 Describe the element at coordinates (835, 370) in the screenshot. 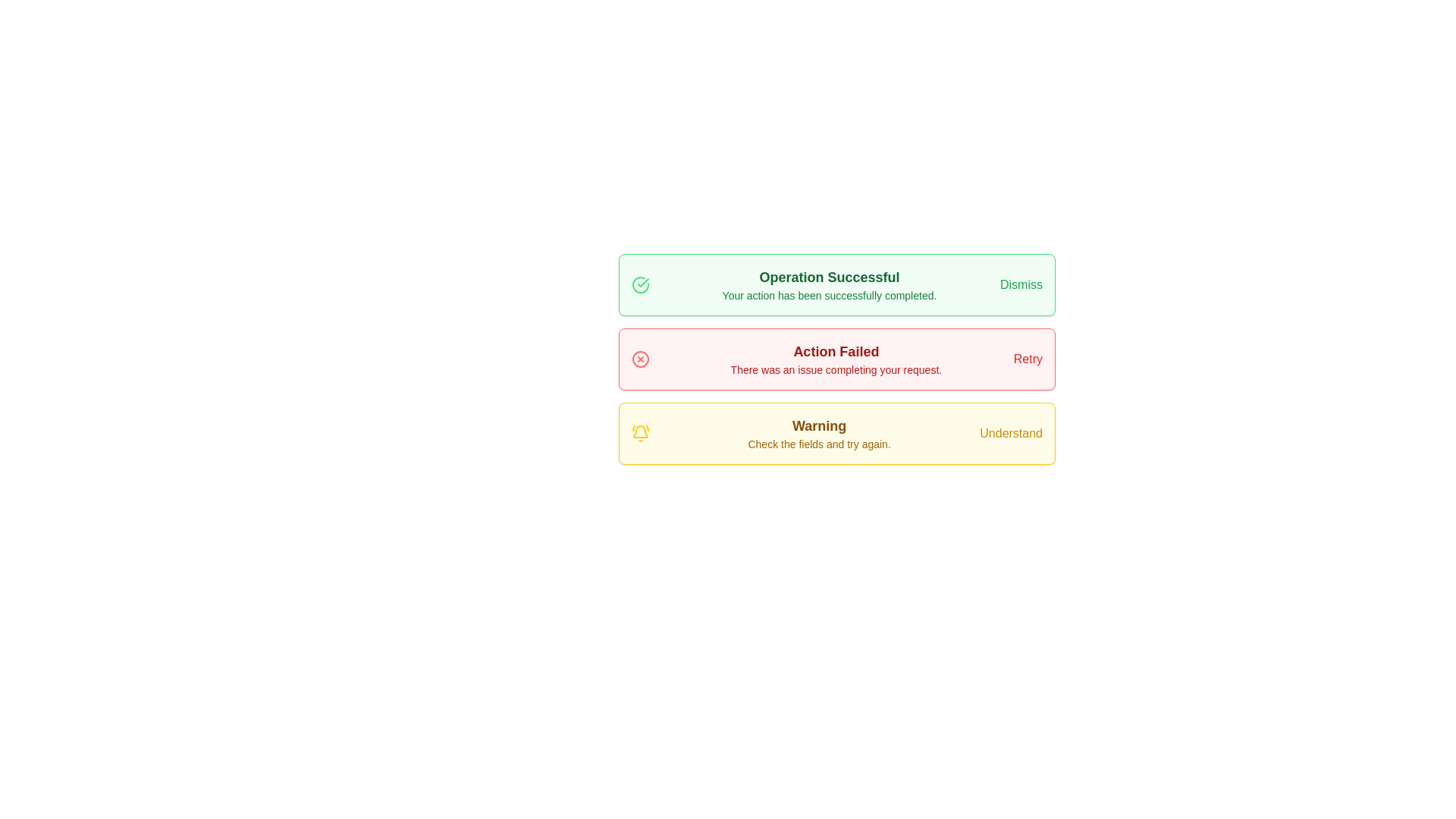

I see `the static text element that reads 'There was an issue completing your request.' styled in red color, which is located below the header 'Action Failed' in a notification indicating an error` at that location.